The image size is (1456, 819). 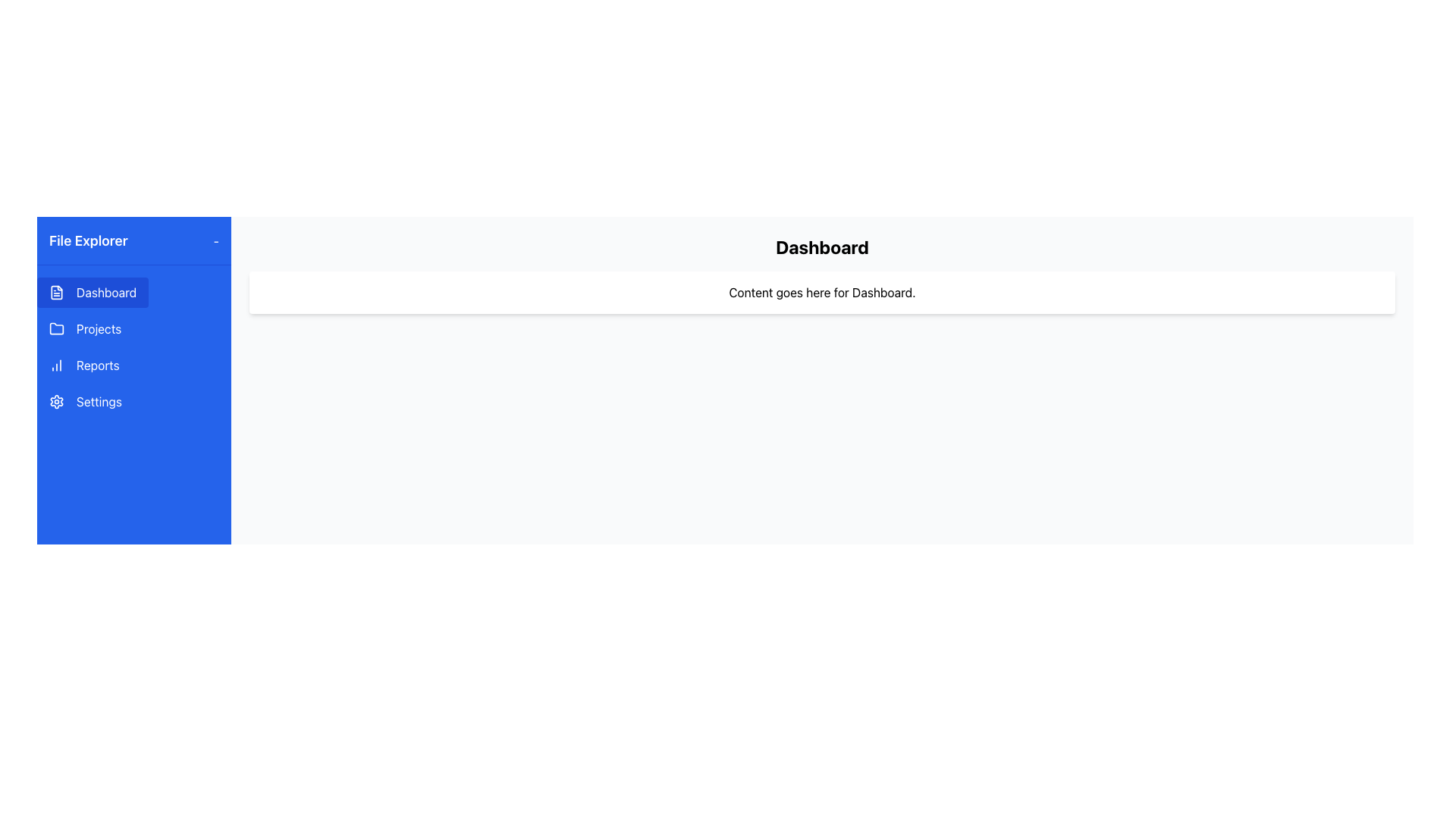 I want to click on the button located in the top right corner of the 'File Explorer' panel, so click(x=215, y=240).